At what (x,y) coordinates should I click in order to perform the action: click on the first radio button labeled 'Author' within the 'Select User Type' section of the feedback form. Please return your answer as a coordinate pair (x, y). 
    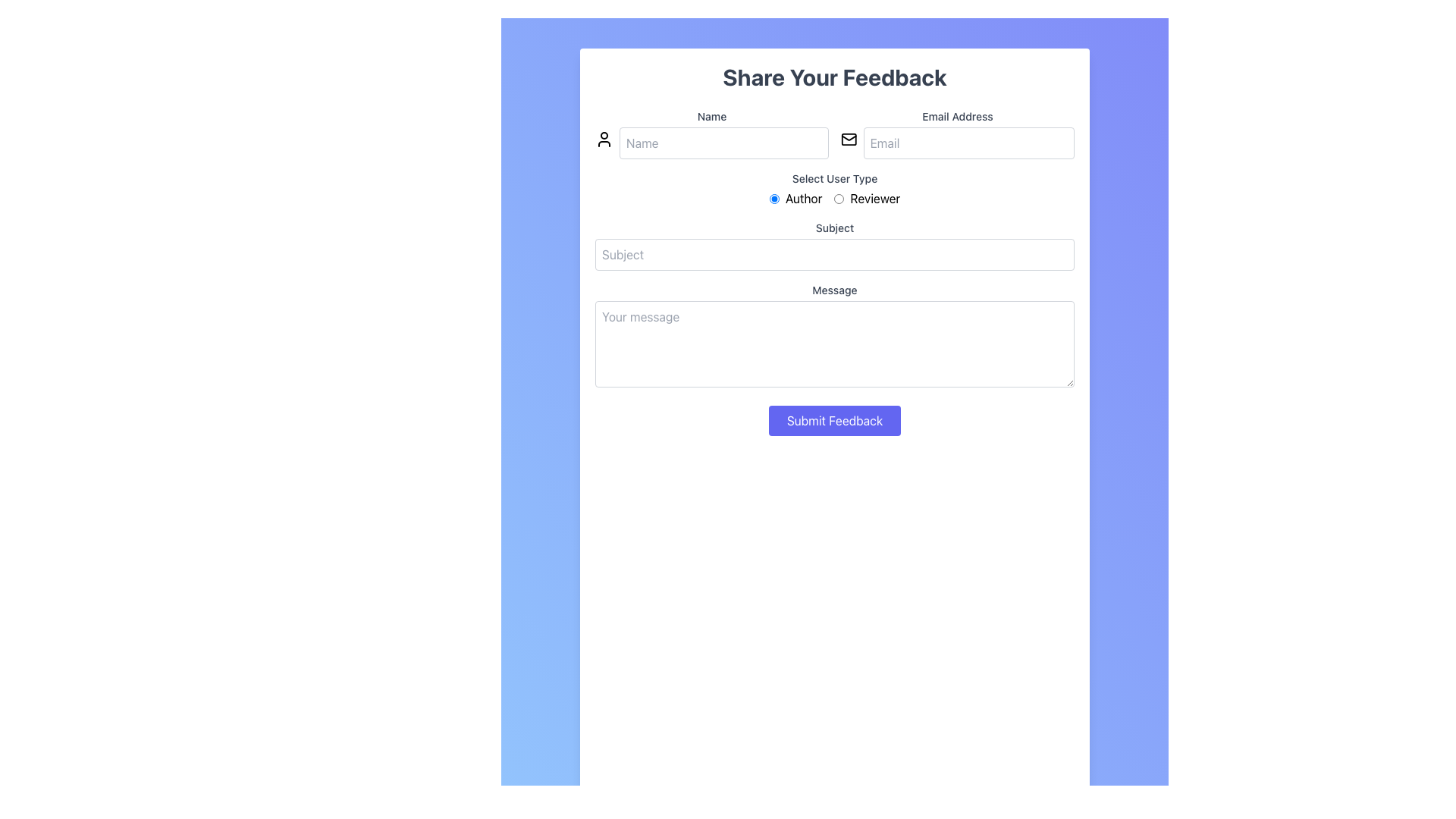
    Looking at the image, I should click on (774, 198).